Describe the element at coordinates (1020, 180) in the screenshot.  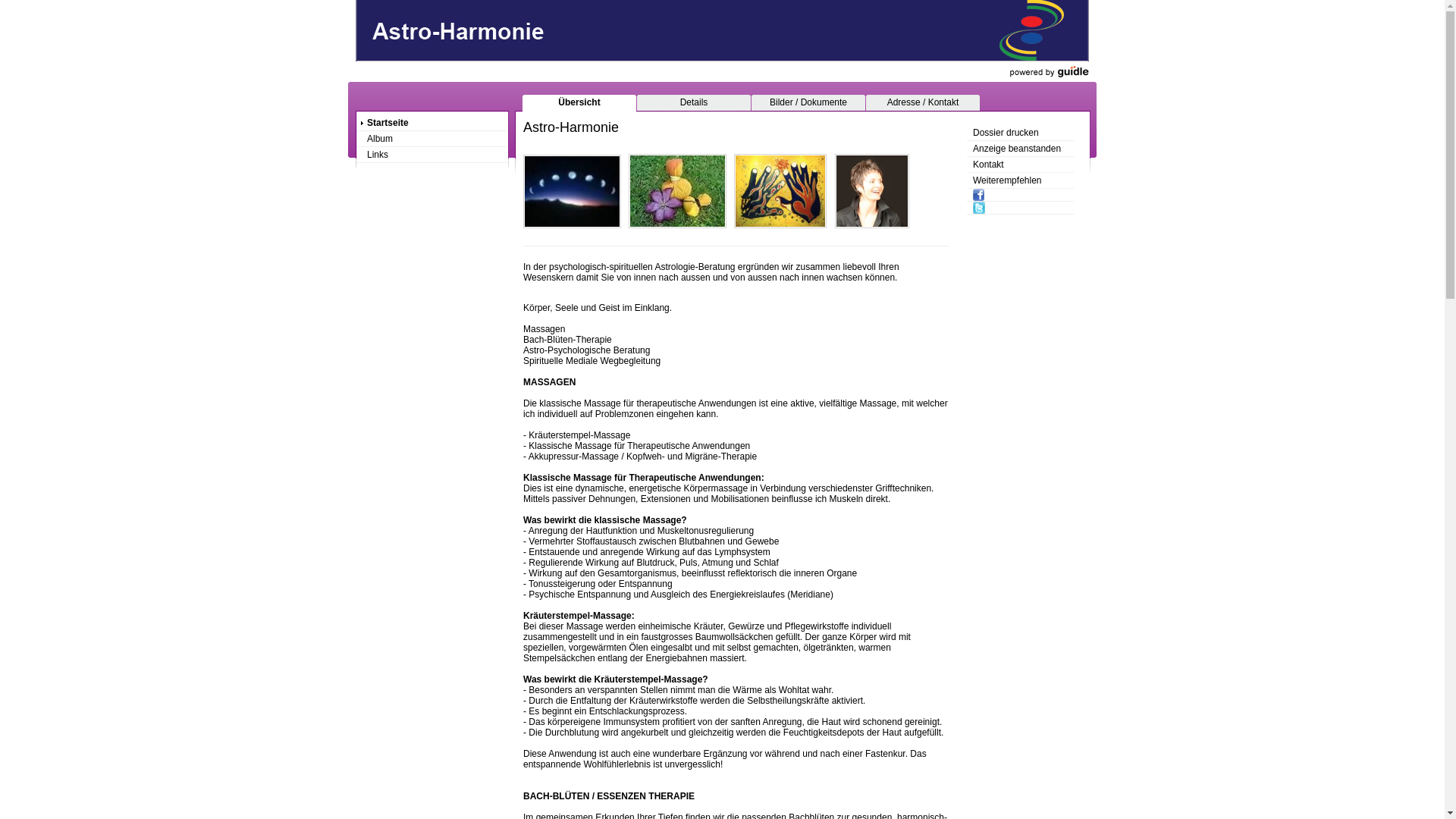
I see `'Weiterempfehlen'` at that location.